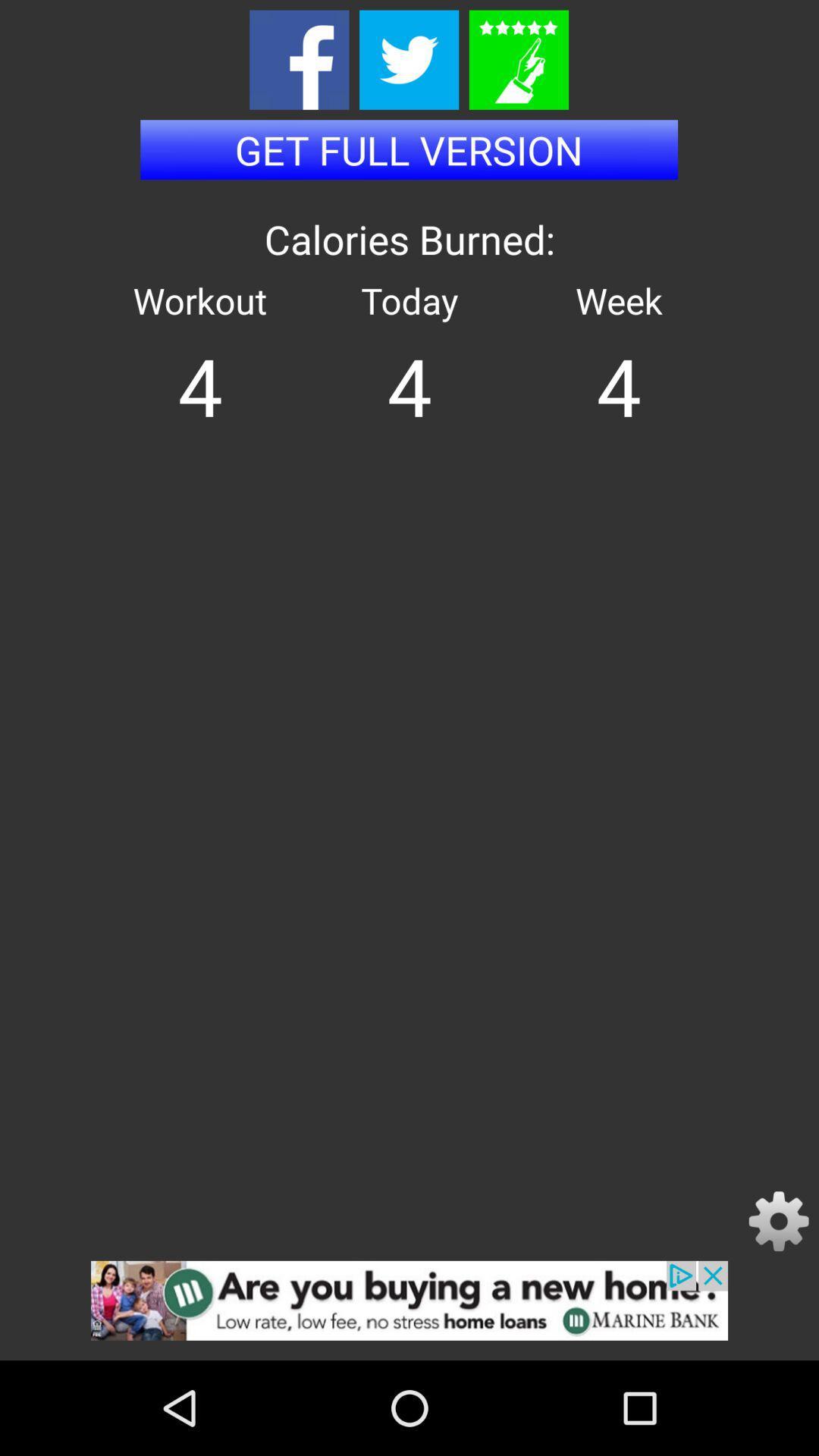 The height and width of the screenshot is (1456, 819). Describe the element at coordinates (299, 60) in the screenshot. I see `opens facebook page of app` at that location.